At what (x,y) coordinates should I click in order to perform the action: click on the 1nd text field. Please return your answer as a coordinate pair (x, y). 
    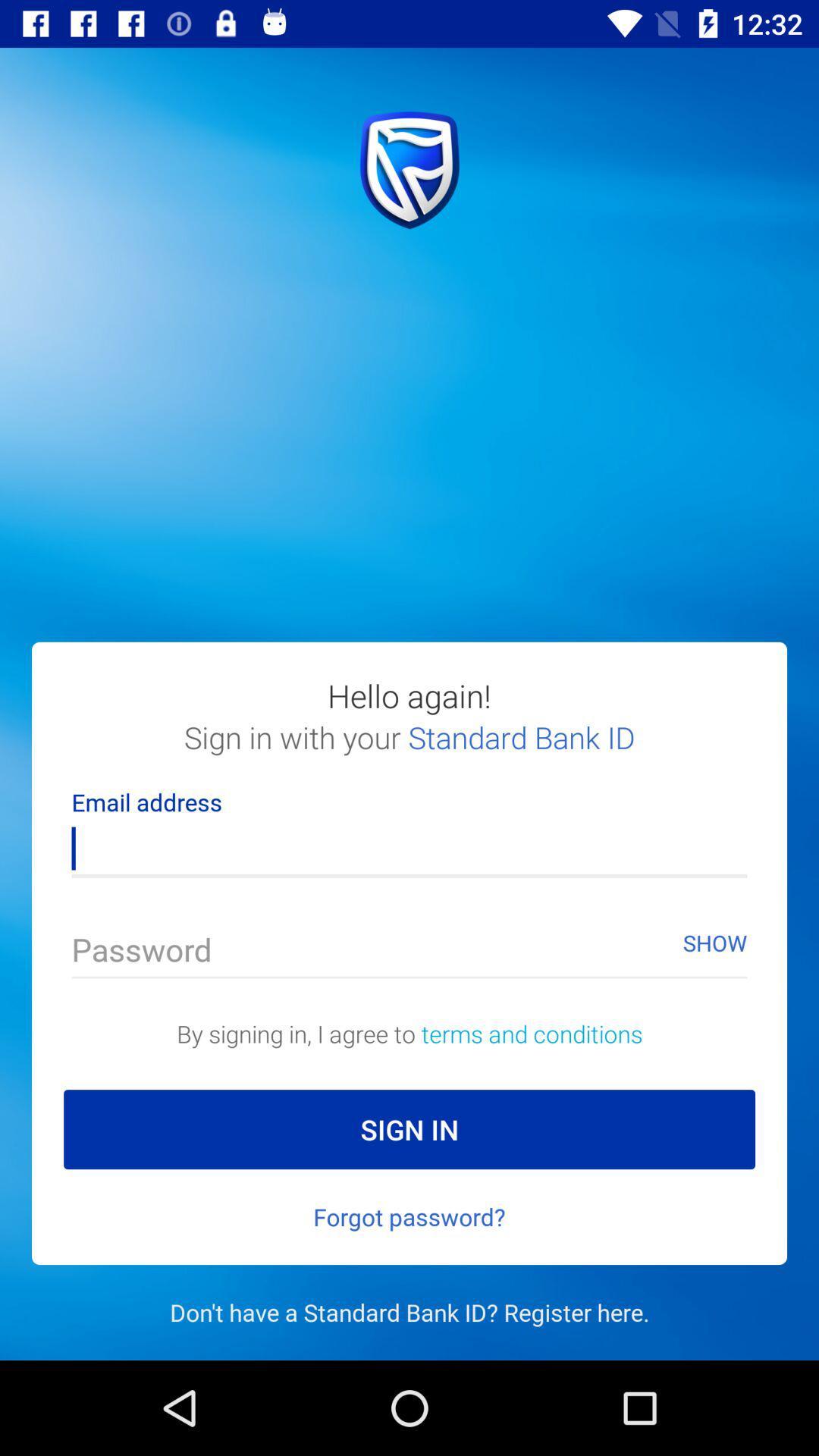
    Looking at the image, I should click on (409, 839).